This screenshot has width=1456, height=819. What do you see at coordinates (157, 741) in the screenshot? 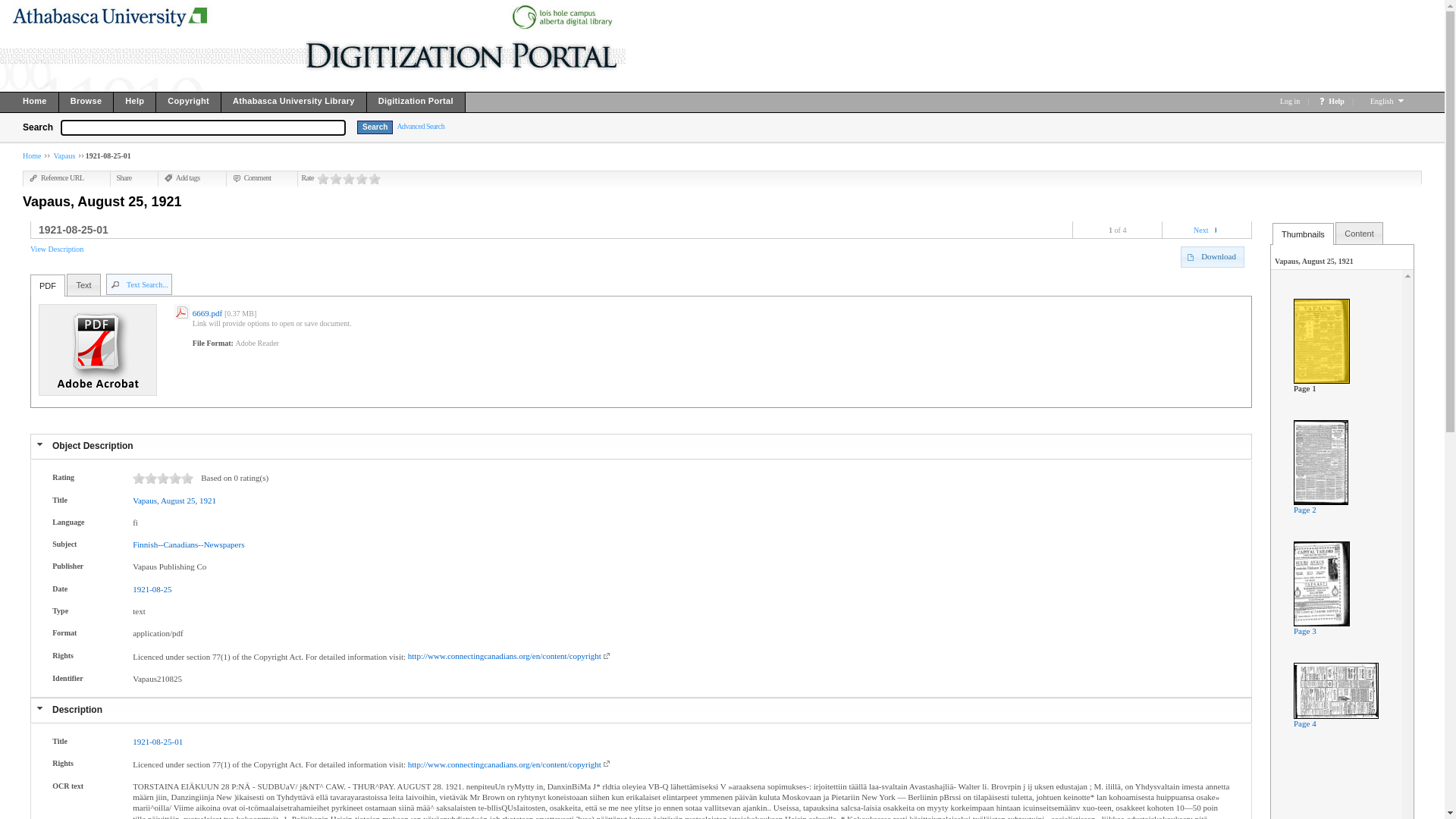
I see `'1921-08-25-01'` at bounding box center [157, 741].